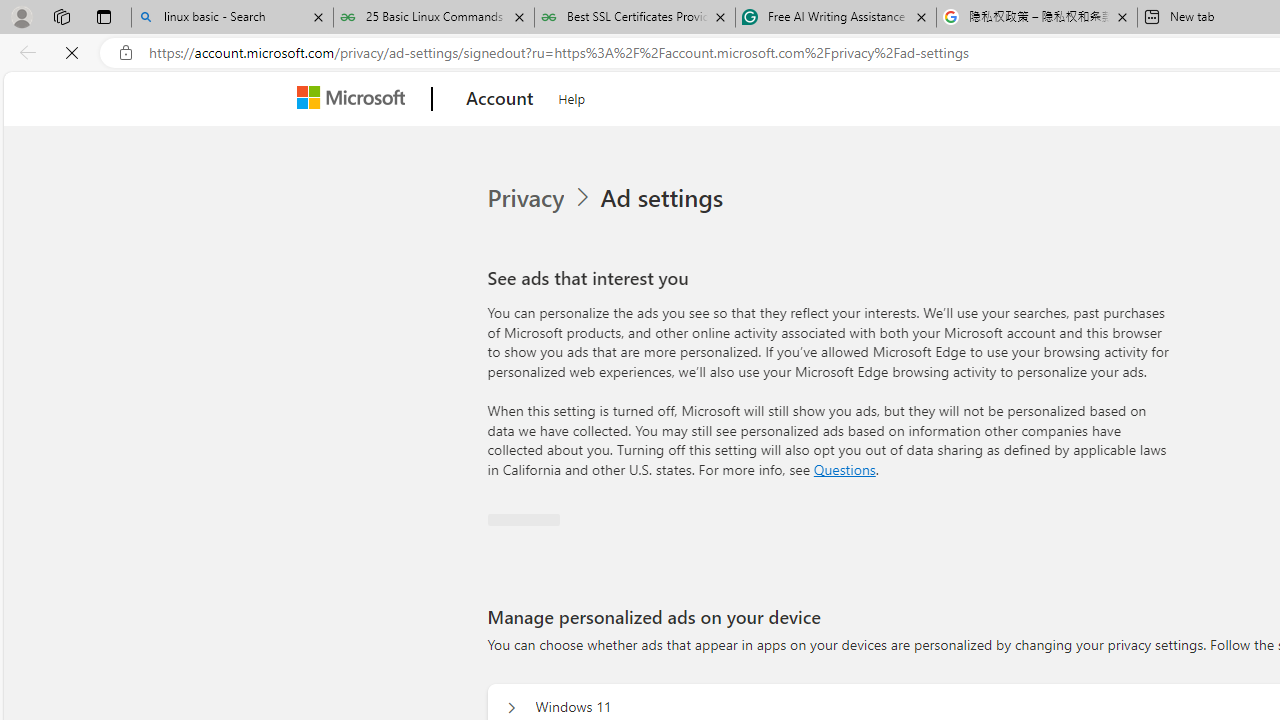  I want to click on '25 Basic Linux Commands For Beginners - GeeksforGeeks', so click(432, 17).